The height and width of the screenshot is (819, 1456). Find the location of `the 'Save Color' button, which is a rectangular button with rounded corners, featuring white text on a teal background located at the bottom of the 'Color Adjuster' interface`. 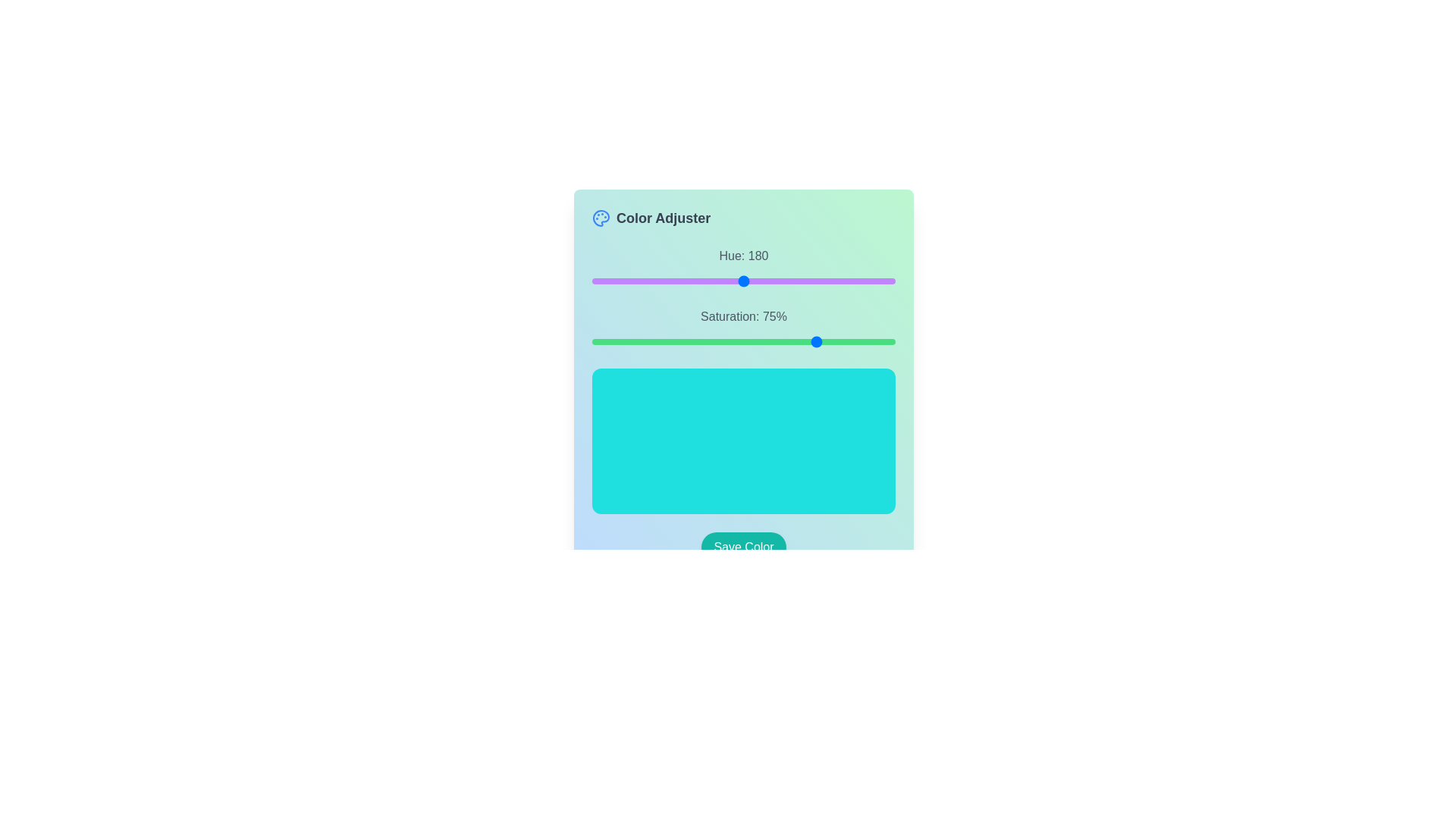

the 'Save Color' button, which is a rectangular button with rounded corners, featuring white text on a teal background located at the bottom of the 'Color Adjuster' interface is located at coordinates (743, 547).